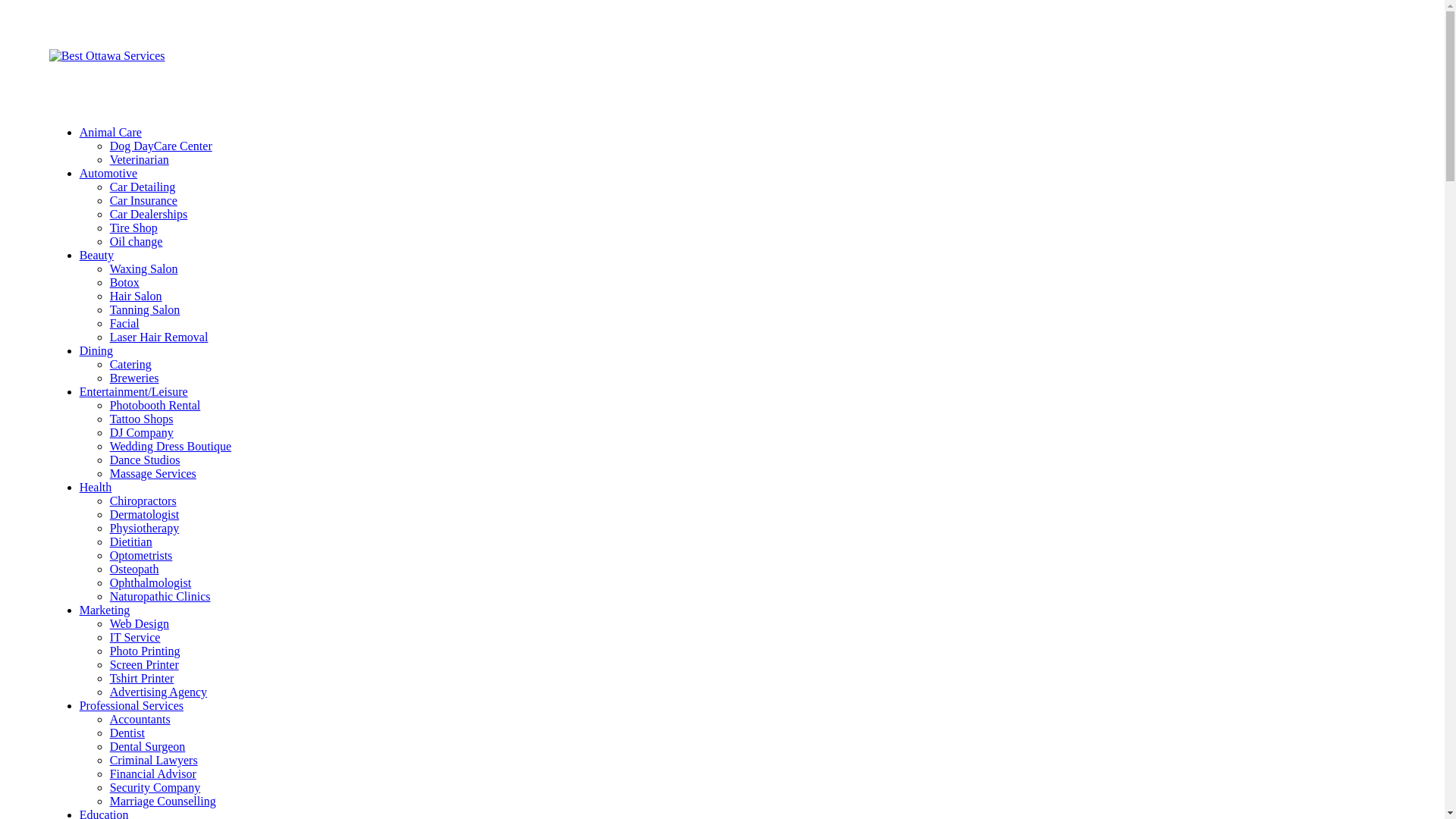  I want to click on 'Accountants', so click(140, 718).